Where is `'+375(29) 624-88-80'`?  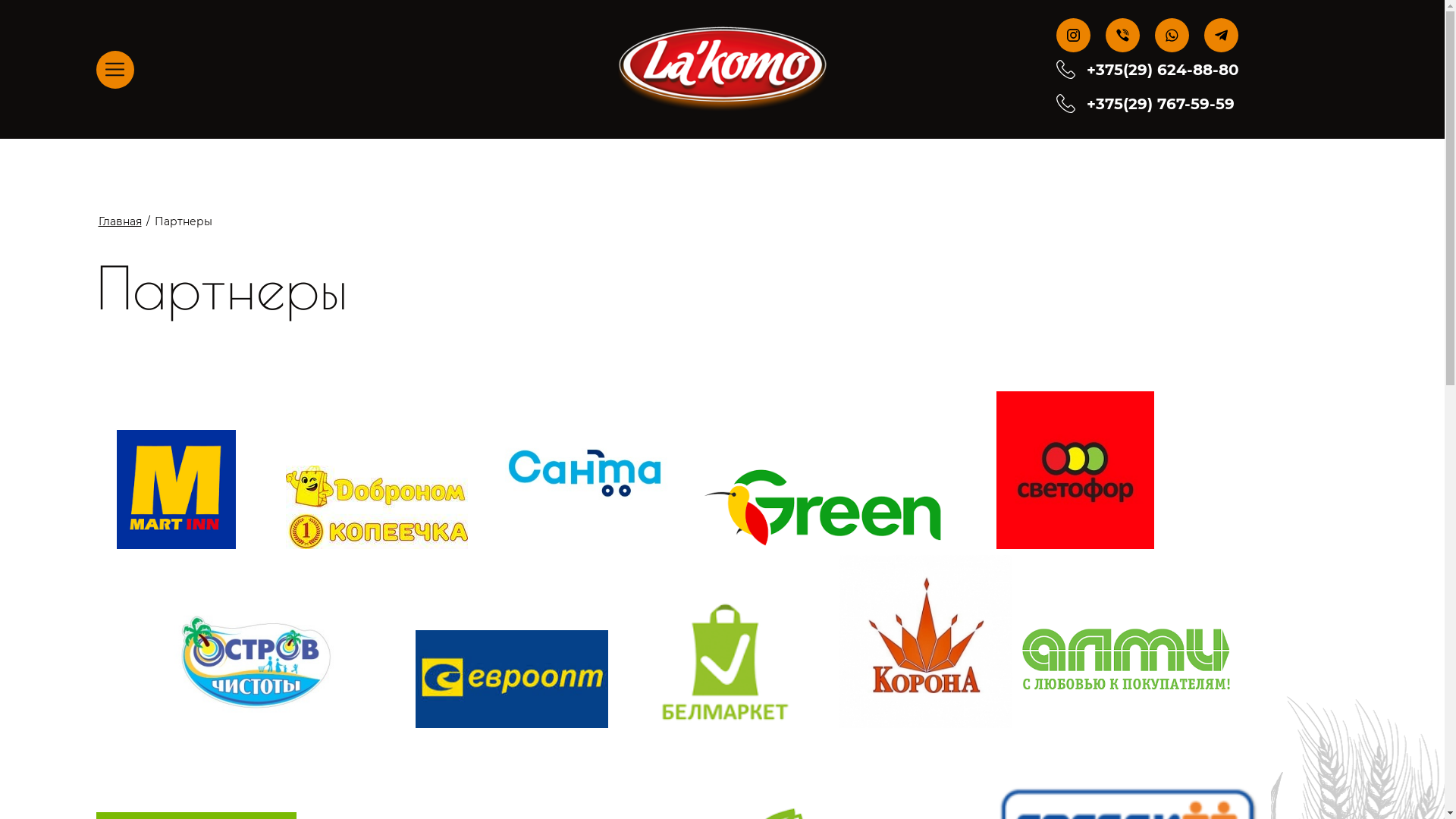
'+375(29) 624-88-80' is located at coordinates (1162, 70).